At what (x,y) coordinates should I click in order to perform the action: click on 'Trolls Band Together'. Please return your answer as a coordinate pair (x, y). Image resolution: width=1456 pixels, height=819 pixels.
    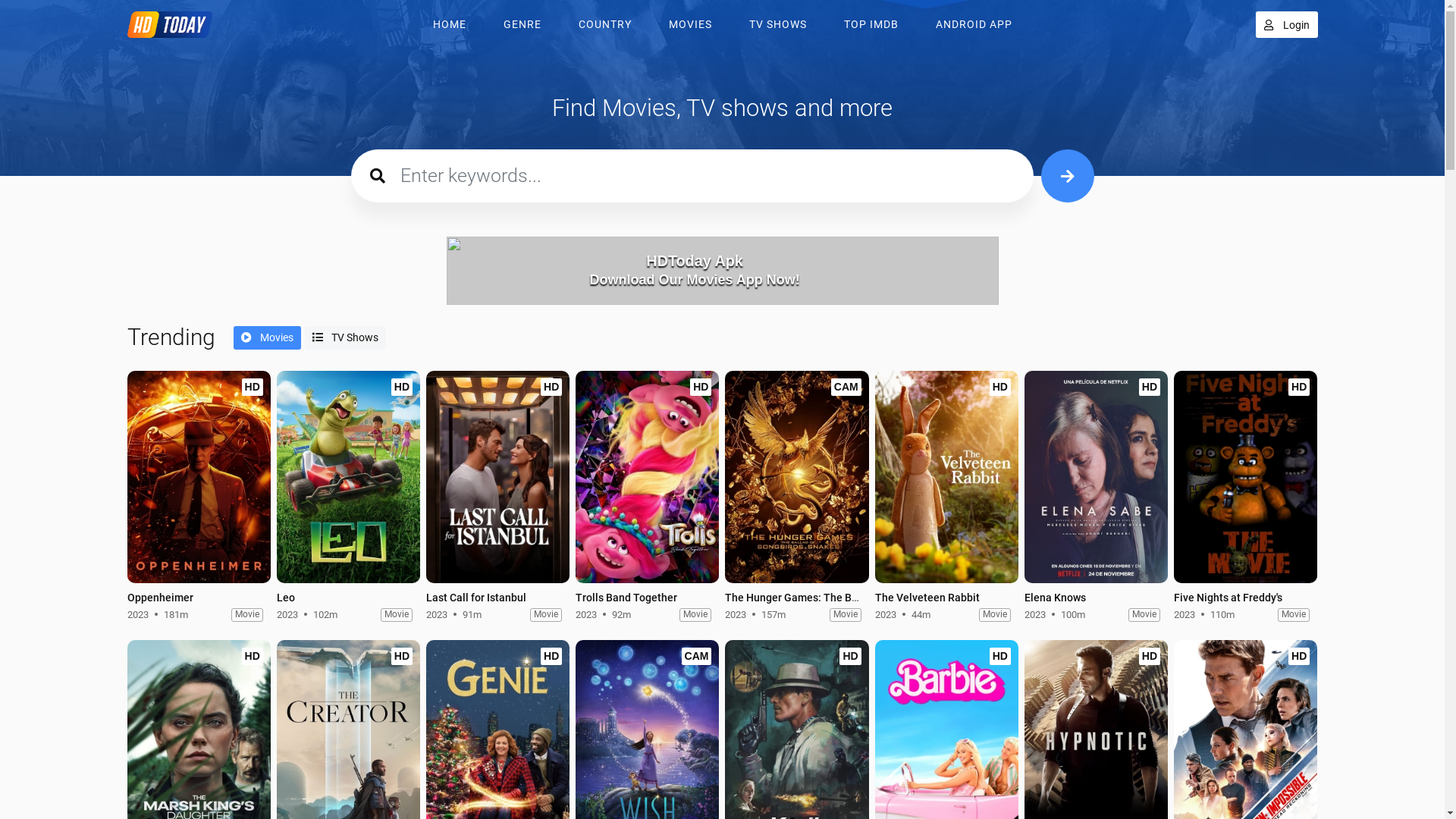
    Looking at the image, I should click on (626, 596).